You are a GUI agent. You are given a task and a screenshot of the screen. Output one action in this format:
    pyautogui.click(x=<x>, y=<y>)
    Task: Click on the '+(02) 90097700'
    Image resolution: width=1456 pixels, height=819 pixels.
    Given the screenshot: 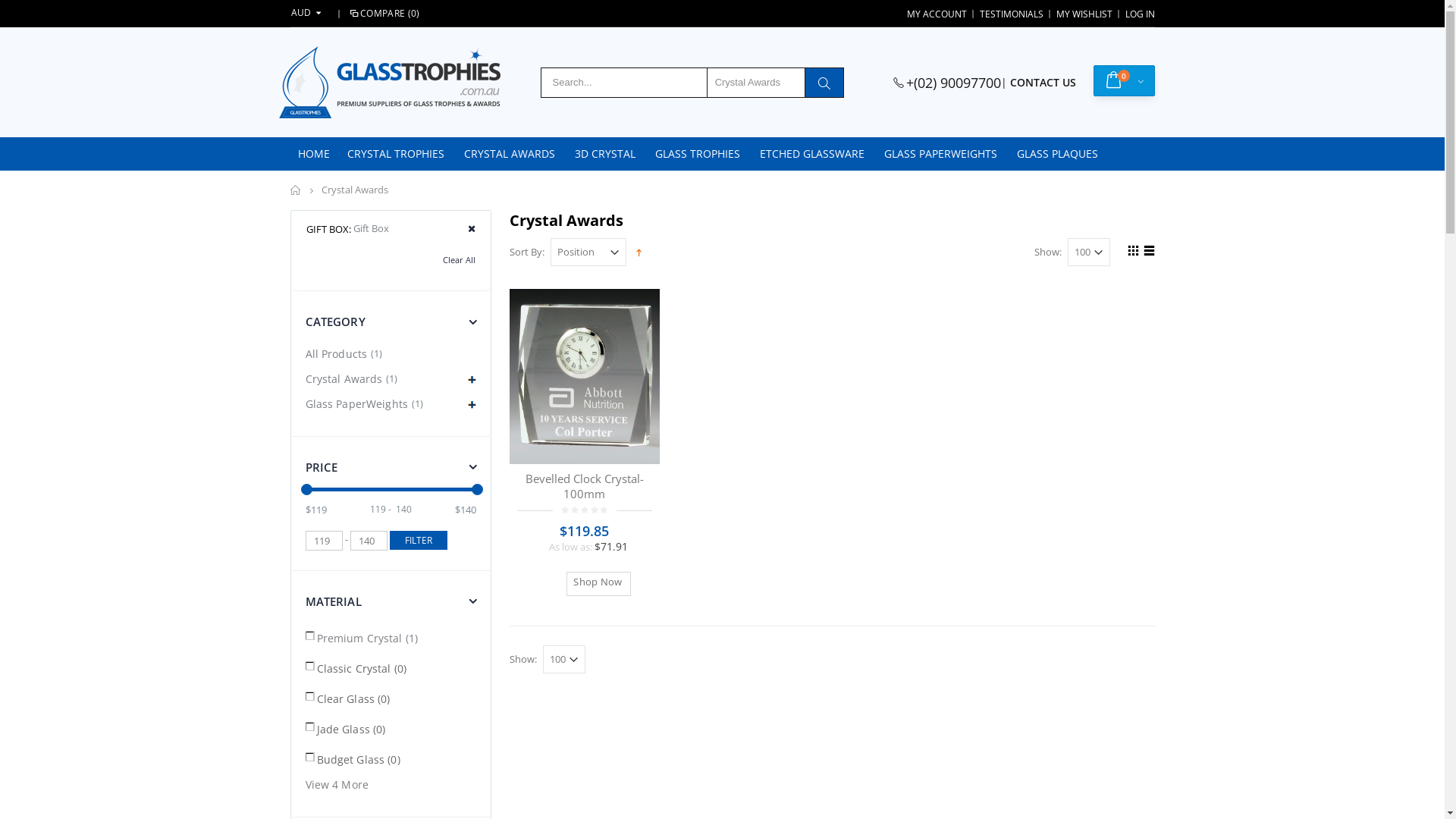 What is the action you would take?
    pyautogui.click(x=952, y=83)
    